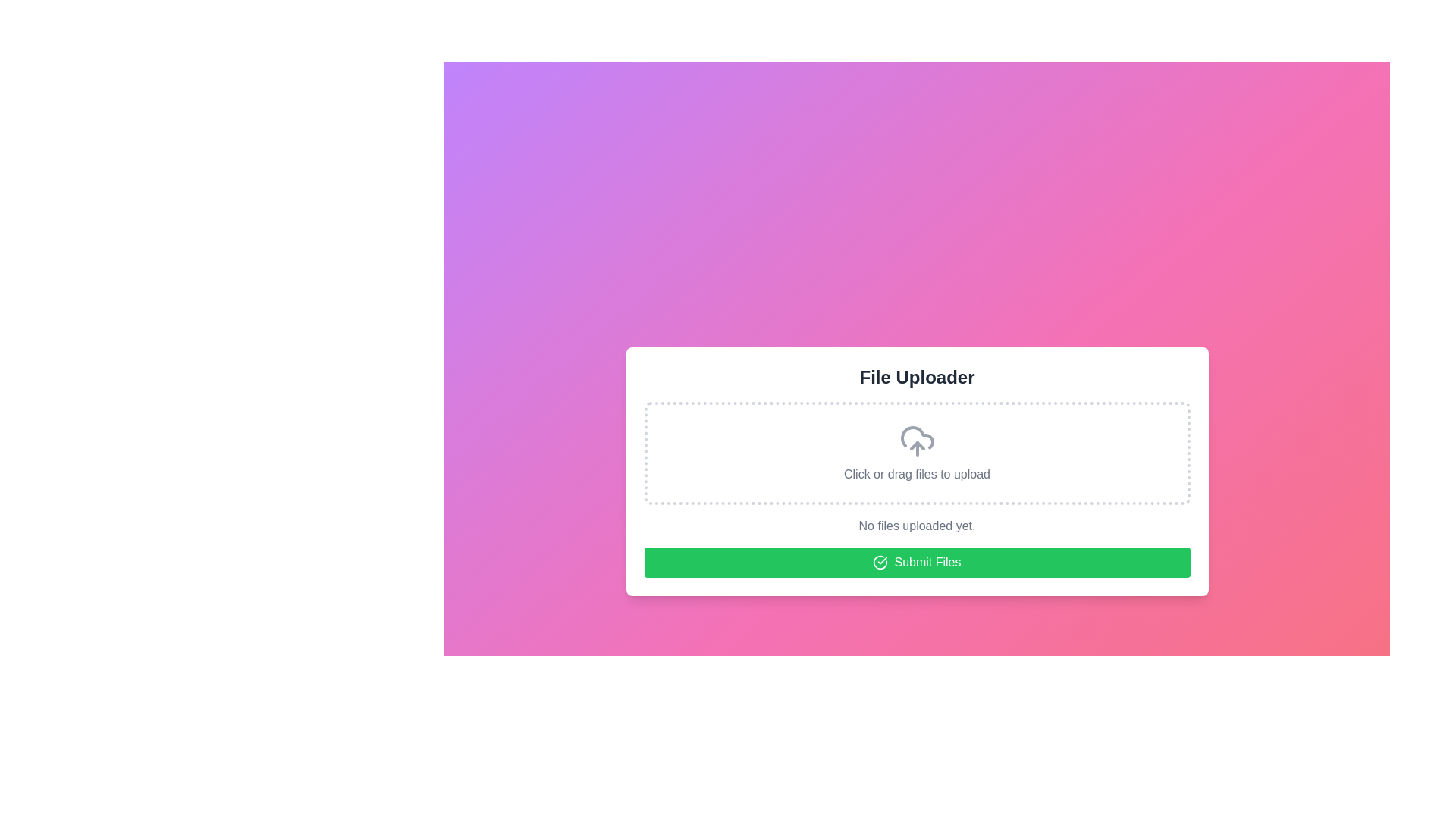  I want to click on the Text Label that indicates no files have been uploaded yet, positioned above the green 'Submit Files' button in the file uploader component, so click(916, 526).